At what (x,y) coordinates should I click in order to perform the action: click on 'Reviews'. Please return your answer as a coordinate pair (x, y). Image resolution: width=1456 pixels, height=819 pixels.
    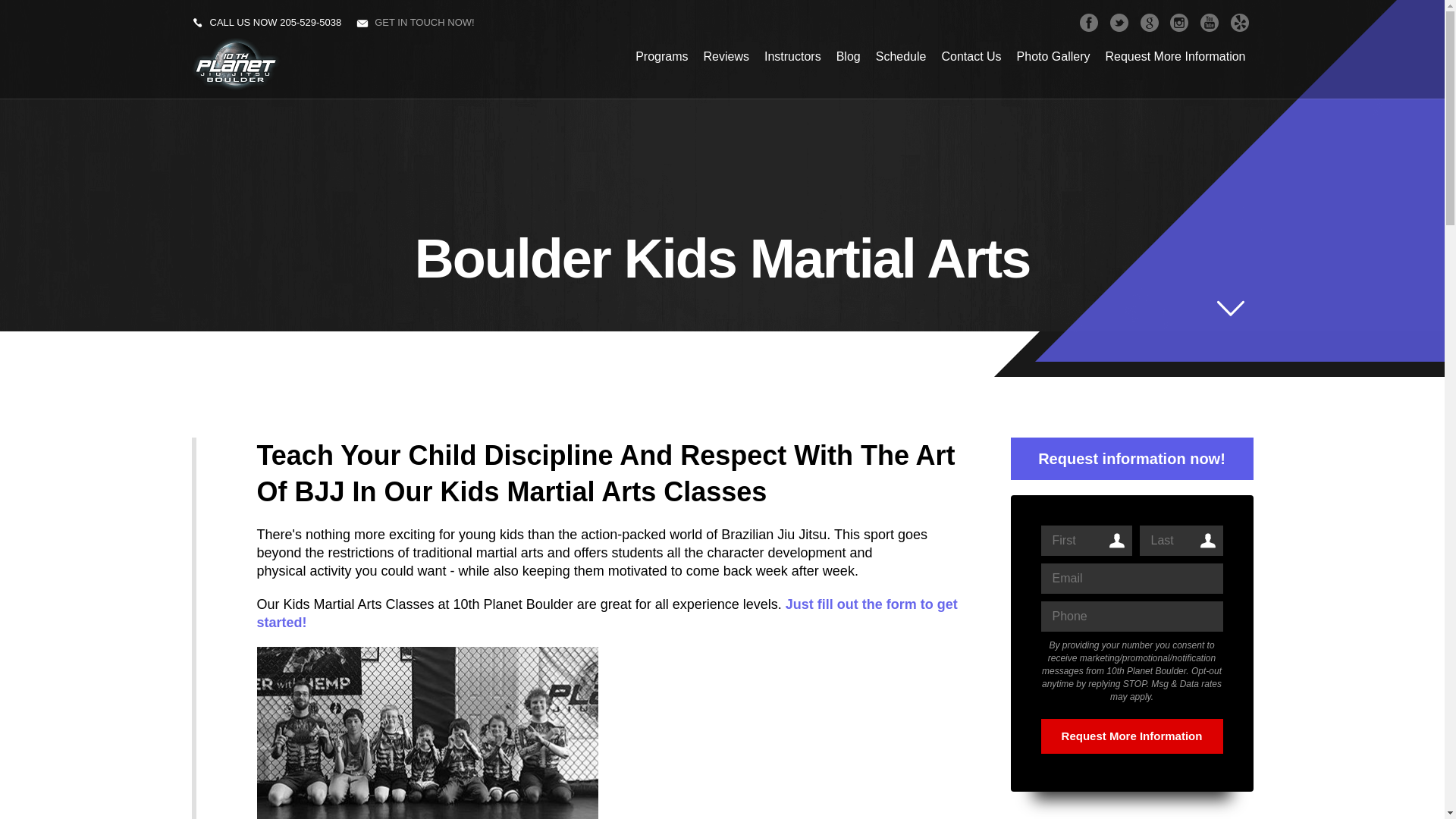
    Looking at the image, I should click on (698, 55).